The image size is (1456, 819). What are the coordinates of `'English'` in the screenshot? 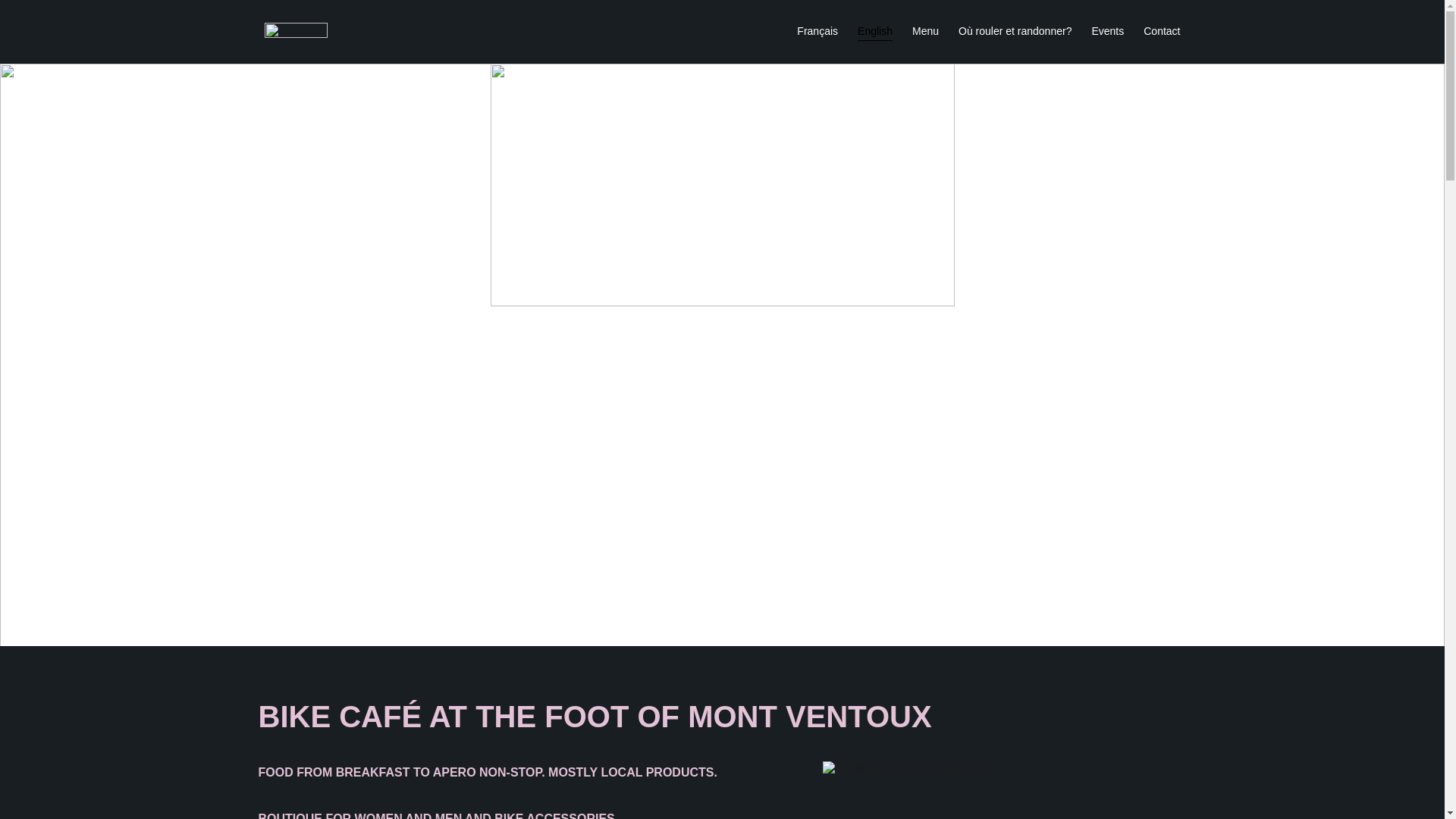 It's located at (874, 32).